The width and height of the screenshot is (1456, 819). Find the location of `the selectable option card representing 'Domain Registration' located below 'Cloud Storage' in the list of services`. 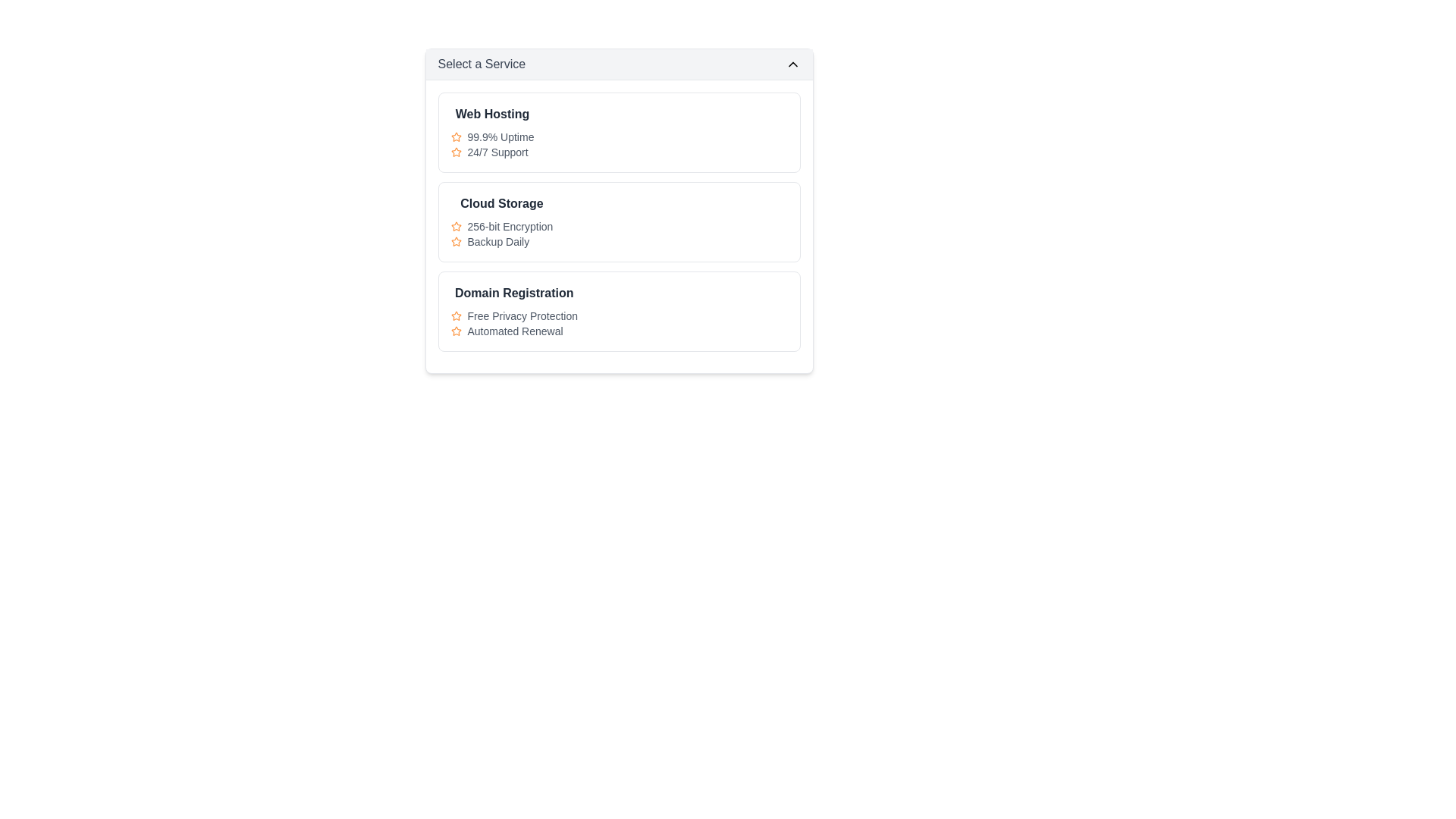

the selectable option card representing 'Domain Registration' located below 'Cloud Storage' in the list of services is located at coordinates (619, 311).